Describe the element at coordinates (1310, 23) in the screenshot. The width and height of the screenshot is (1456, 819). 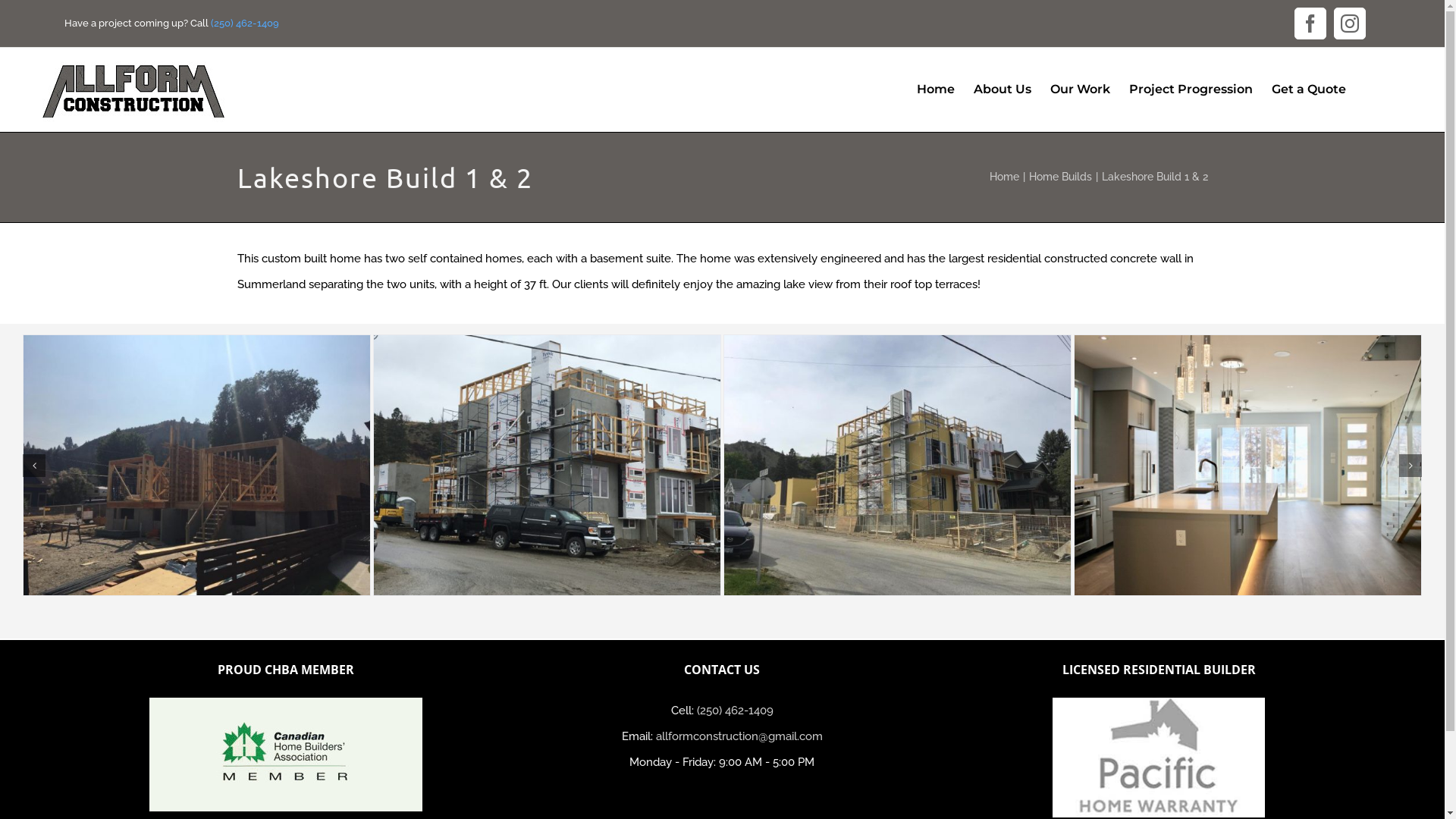
I see `'Facebook'` at that location.